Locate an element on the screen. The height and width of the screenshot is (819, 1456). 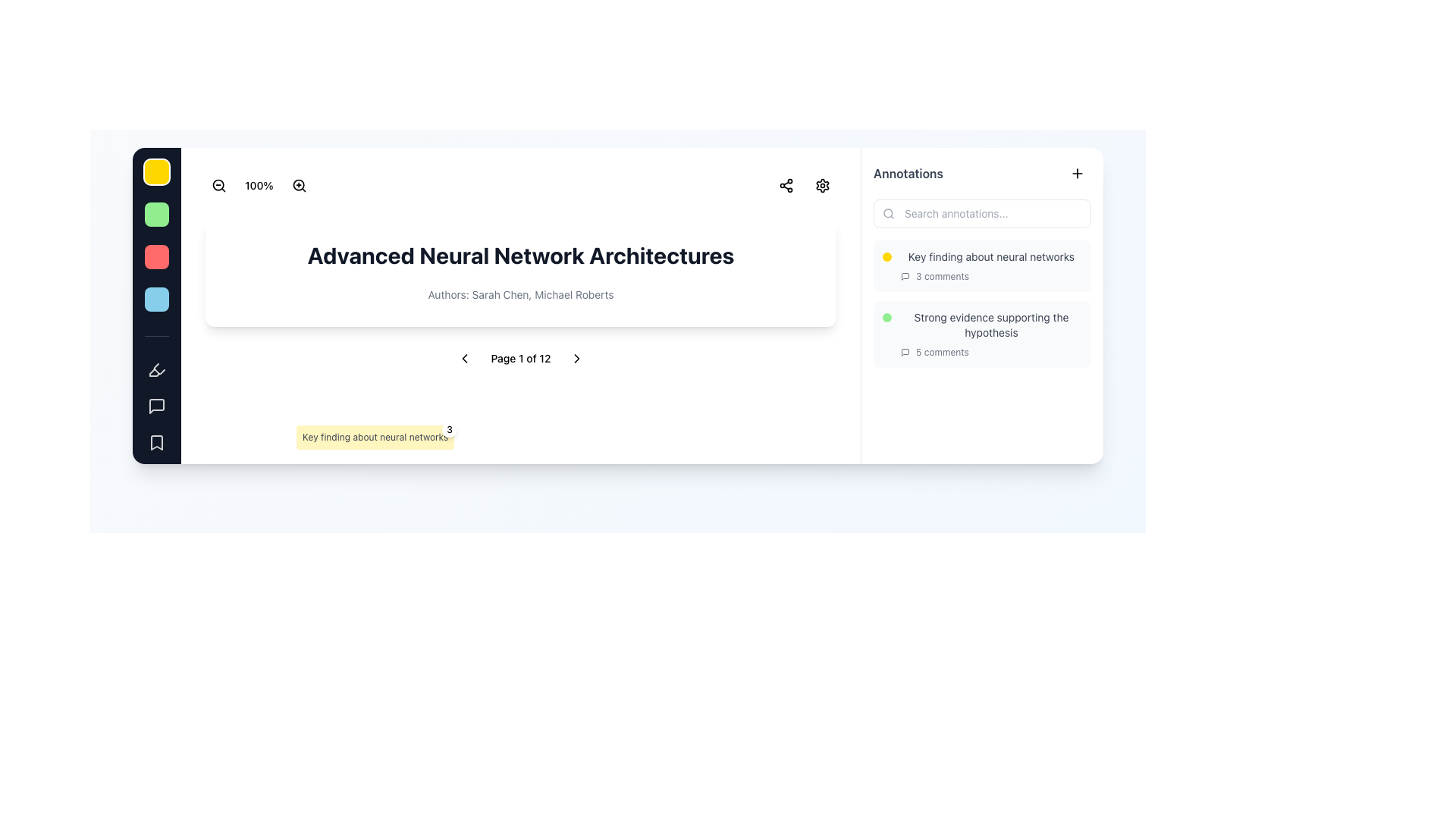
the right-pointing chevron icon button located to the right of 'Page 1 of 12' is located at coordinates (576, 359).